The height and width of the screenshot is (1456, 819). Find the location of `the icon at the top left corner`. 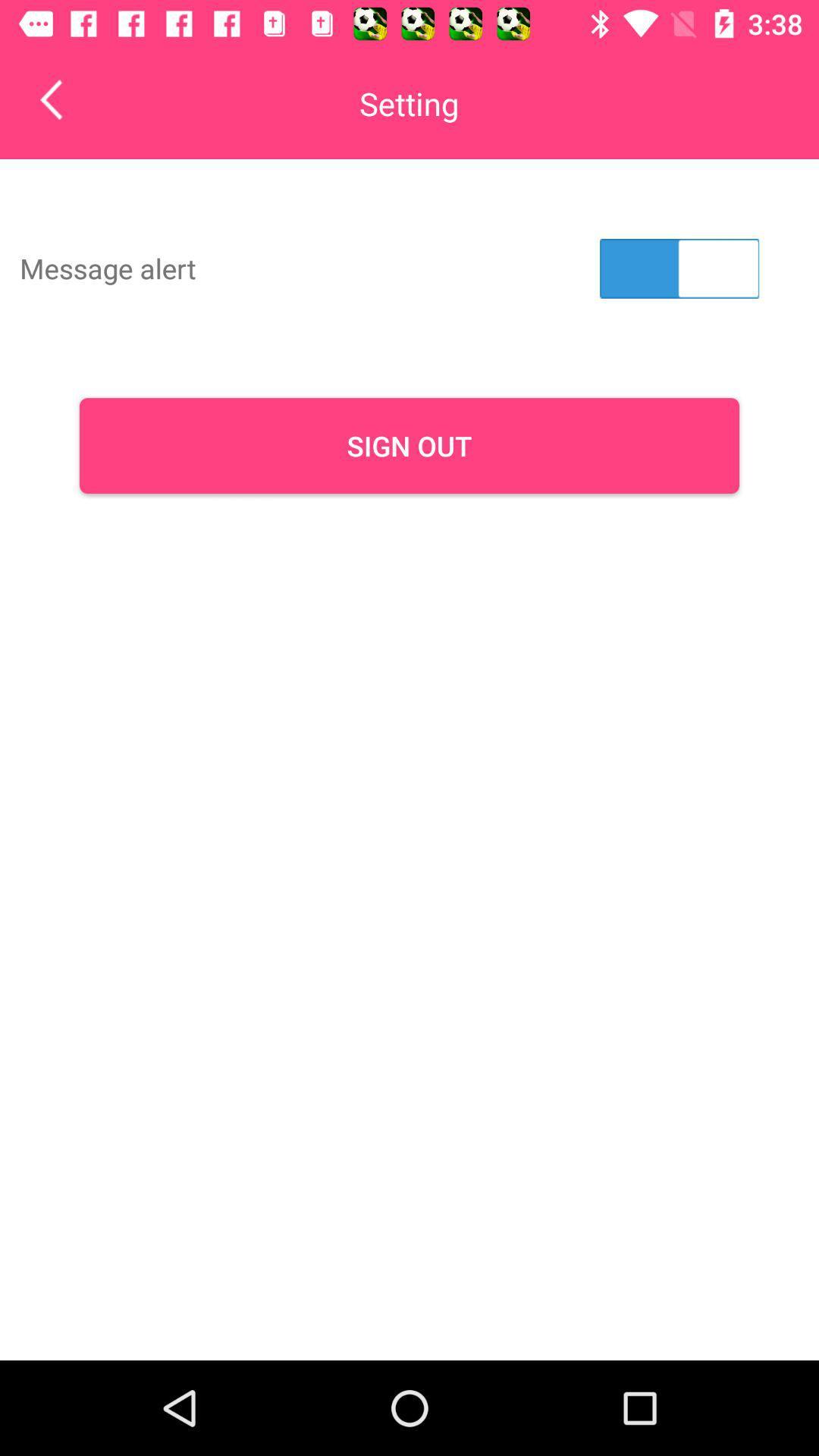

the icon at the top left corner is located at coordinates (61, 99).